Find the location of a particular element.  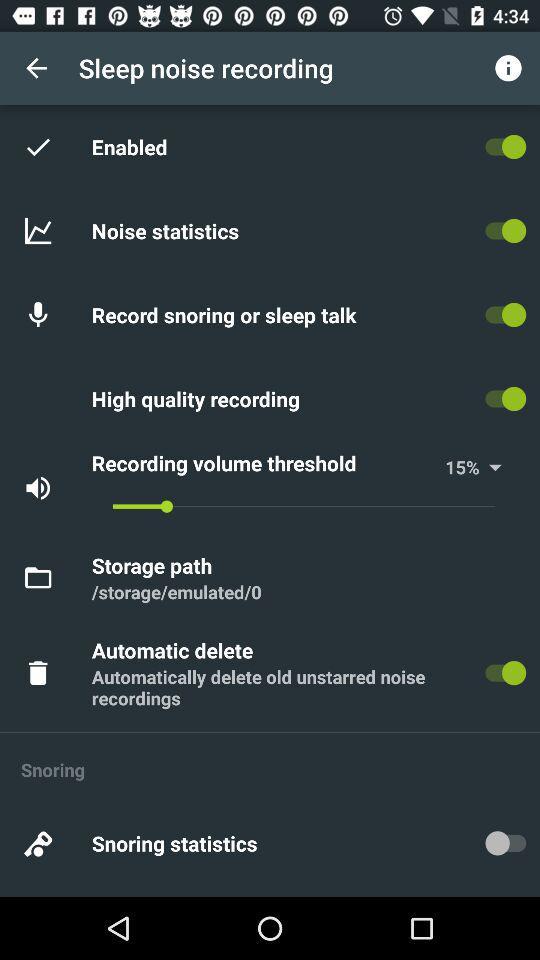

the item below record snoring or is located at coordinates (199, 397).